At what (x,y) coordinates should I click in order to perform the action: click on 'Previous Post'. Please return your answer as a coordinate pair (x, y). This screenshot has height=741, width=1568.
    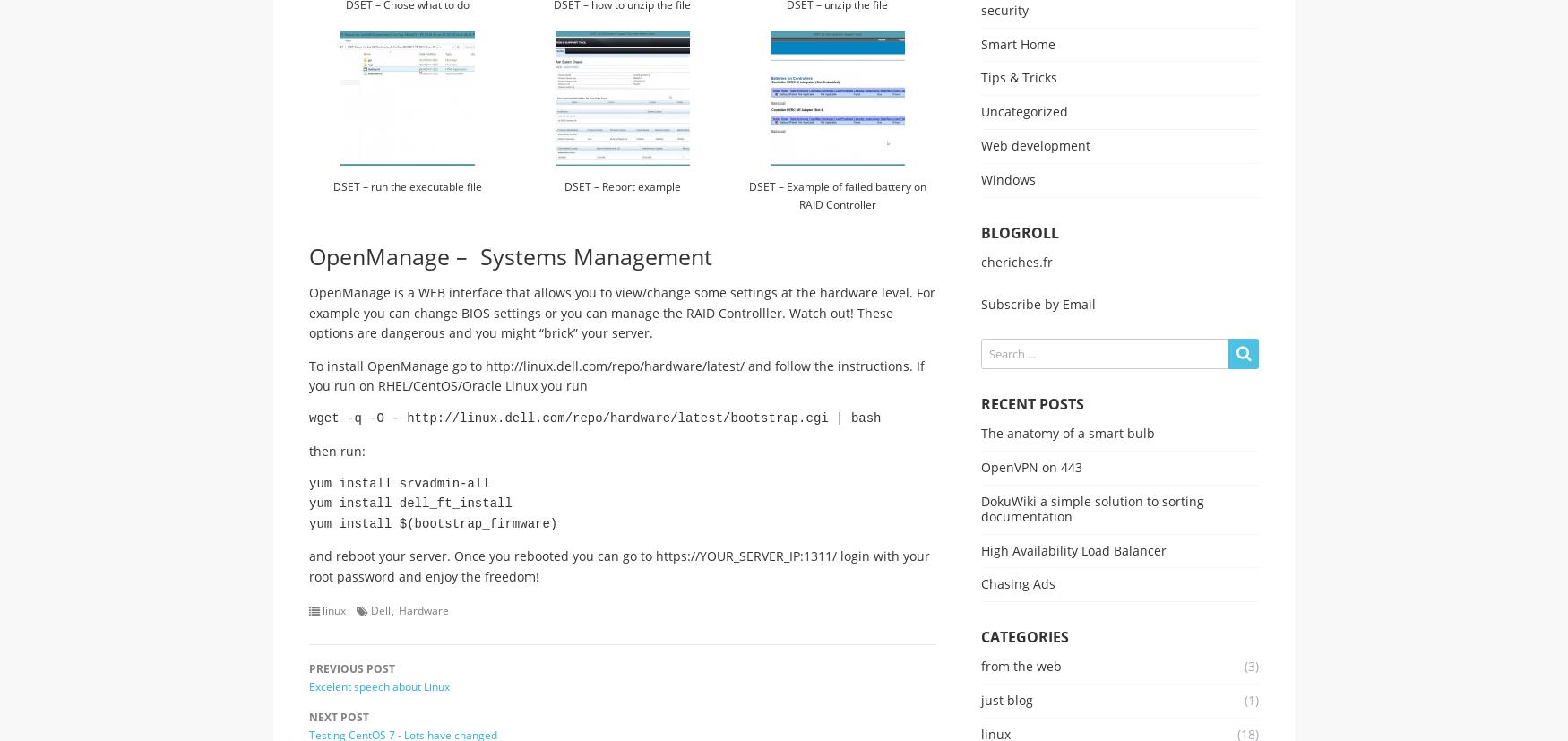
    Looking at the image, I should click on (351, 668).